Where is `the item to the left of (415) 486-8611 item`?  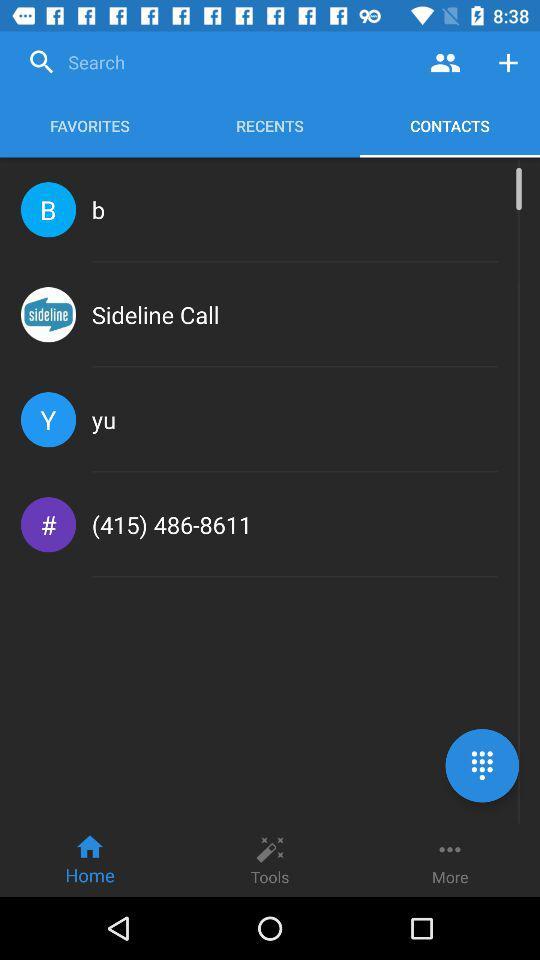
the item to the left of (415) 486-8611 item is located at coordinates (48, 523).